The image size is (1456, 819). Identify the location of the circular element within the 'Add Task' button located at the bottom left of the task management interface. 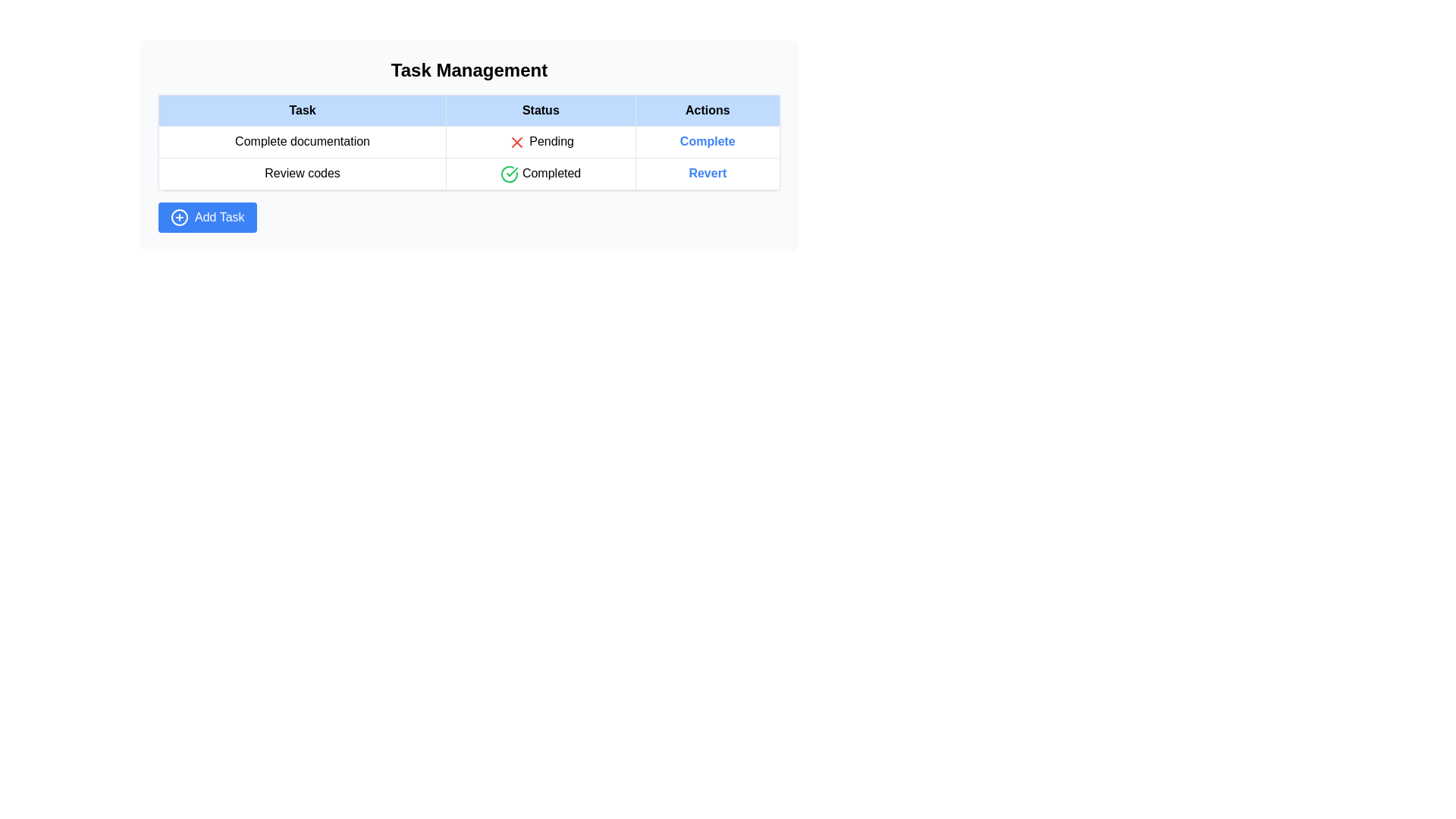
(179, 216).